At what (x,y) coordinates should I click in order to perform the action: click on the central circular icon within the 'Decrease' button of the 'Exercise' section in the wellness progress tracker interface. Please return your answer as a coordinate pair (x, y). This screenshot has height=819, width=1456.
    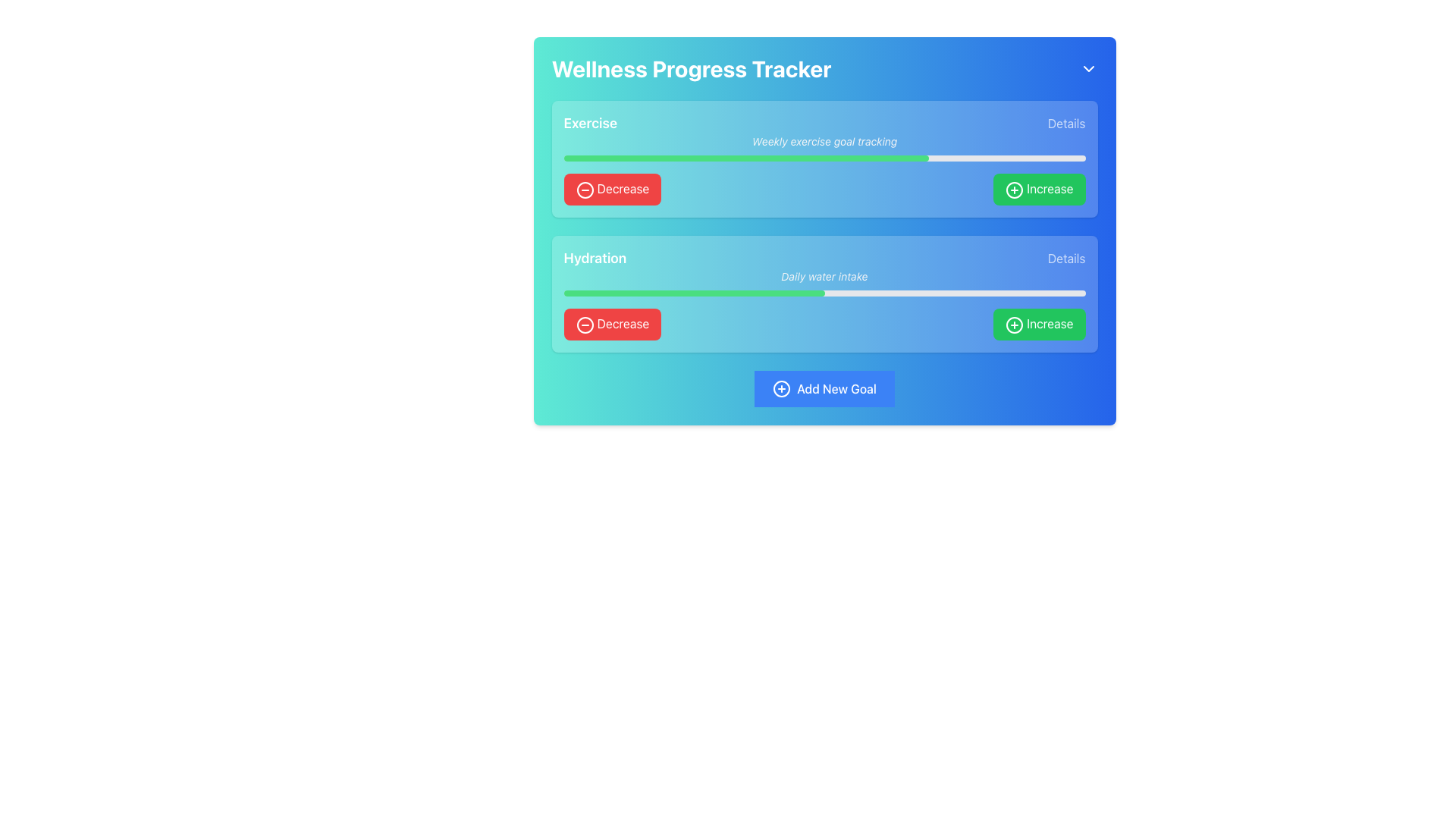
    Looking at the image, I should click on (584, 189).